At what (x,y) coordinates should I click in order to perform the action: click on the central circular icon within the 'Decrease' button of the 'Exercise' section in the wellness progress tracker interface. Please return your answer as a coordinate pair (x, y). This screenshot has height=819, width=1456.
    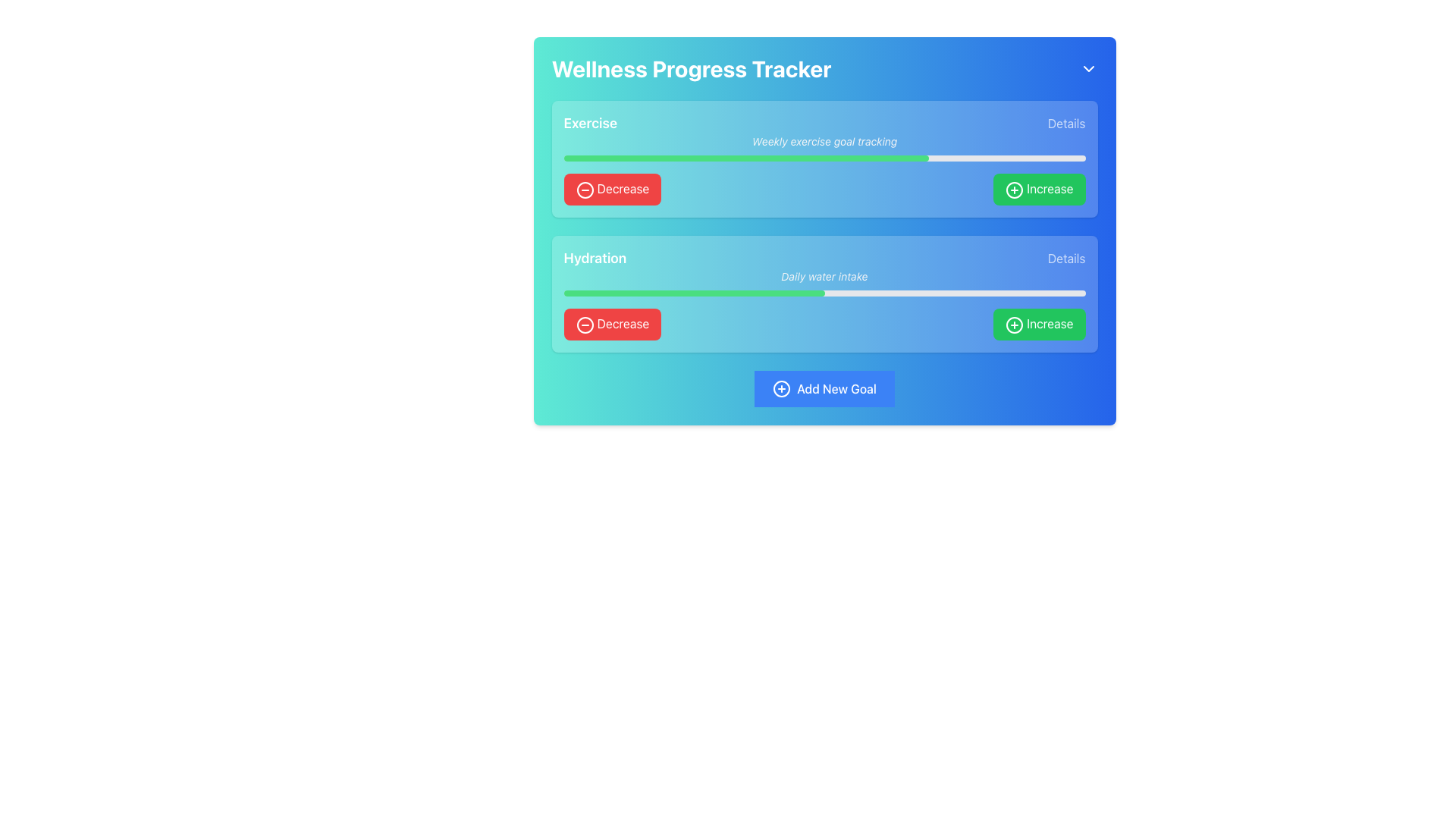
    Looking at the image, I should click on (584, 189).